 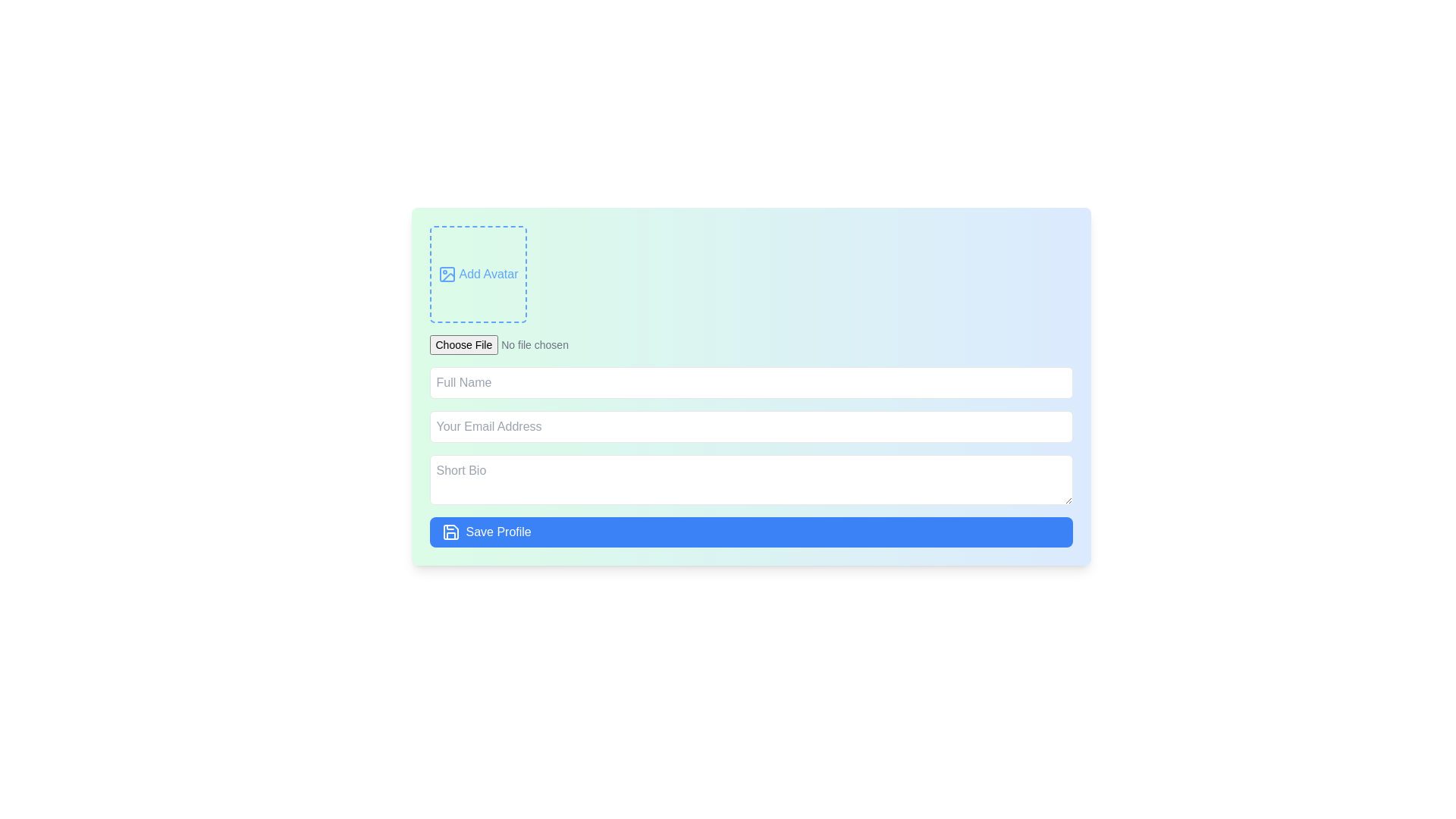 I want to click on the small rectangular shape with rounded corners within the SVG that represents an image icon, located adjacent to the 'Add Avatar' text, so click(x=446, y=275).